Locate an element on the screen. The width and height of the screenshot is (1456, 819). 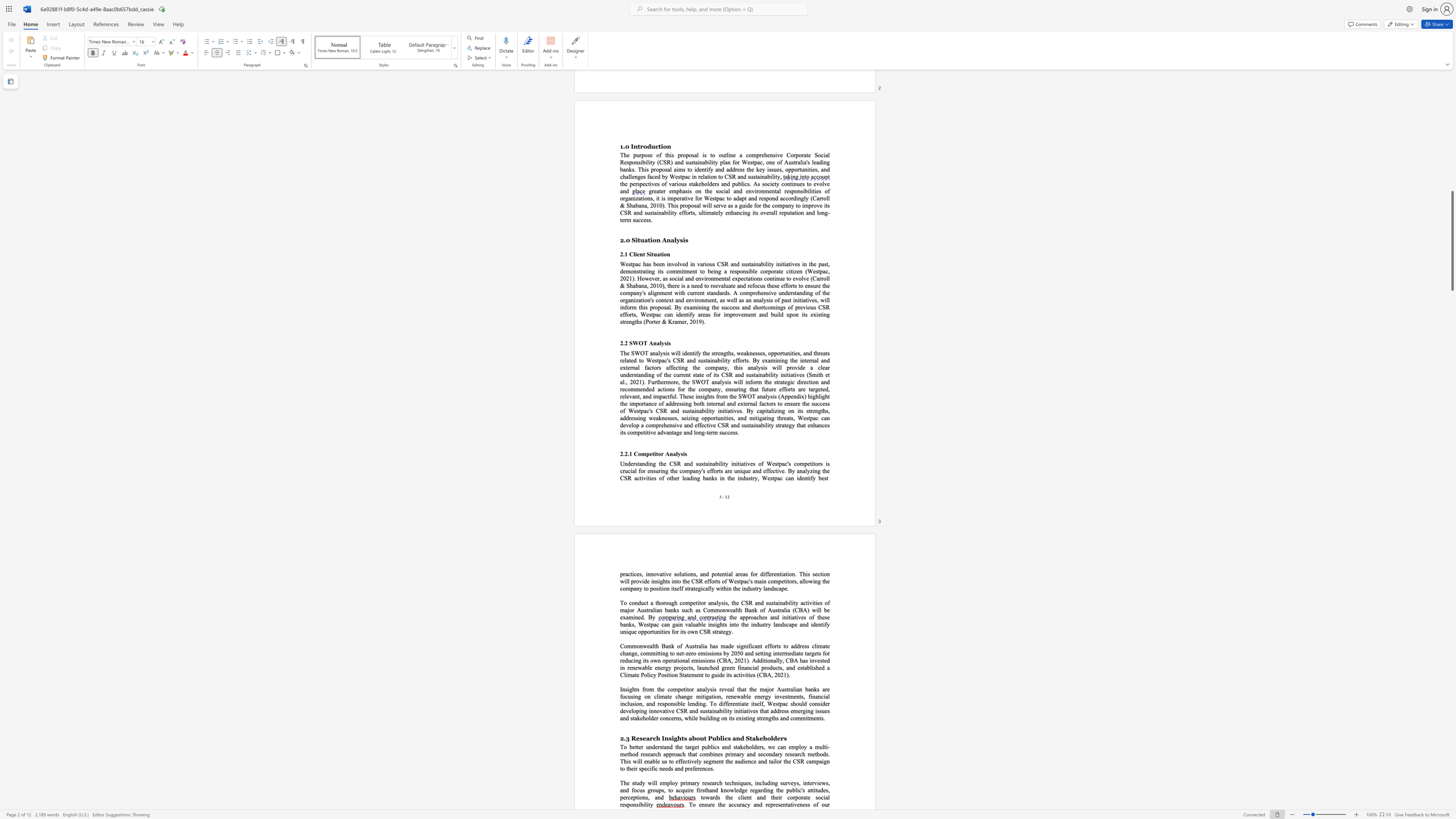
the 1th character "c" in the text is located at coordinates (629, 796).